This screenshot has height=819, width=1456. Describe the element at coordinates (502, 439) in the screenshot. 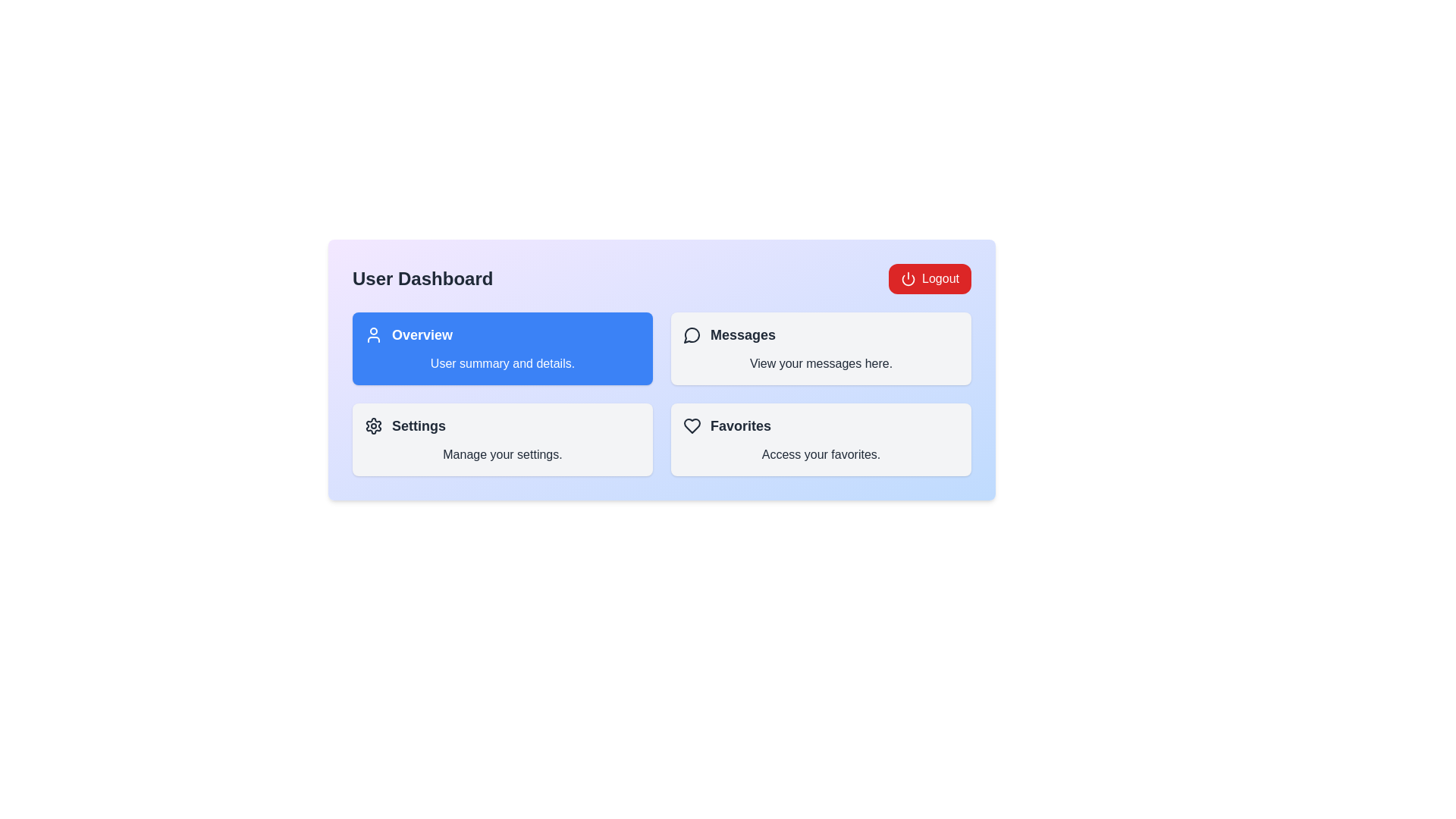

I see `the settings button located in the lower-left corner among a set of four similar cards, specifically the third card from the top left` at that location.